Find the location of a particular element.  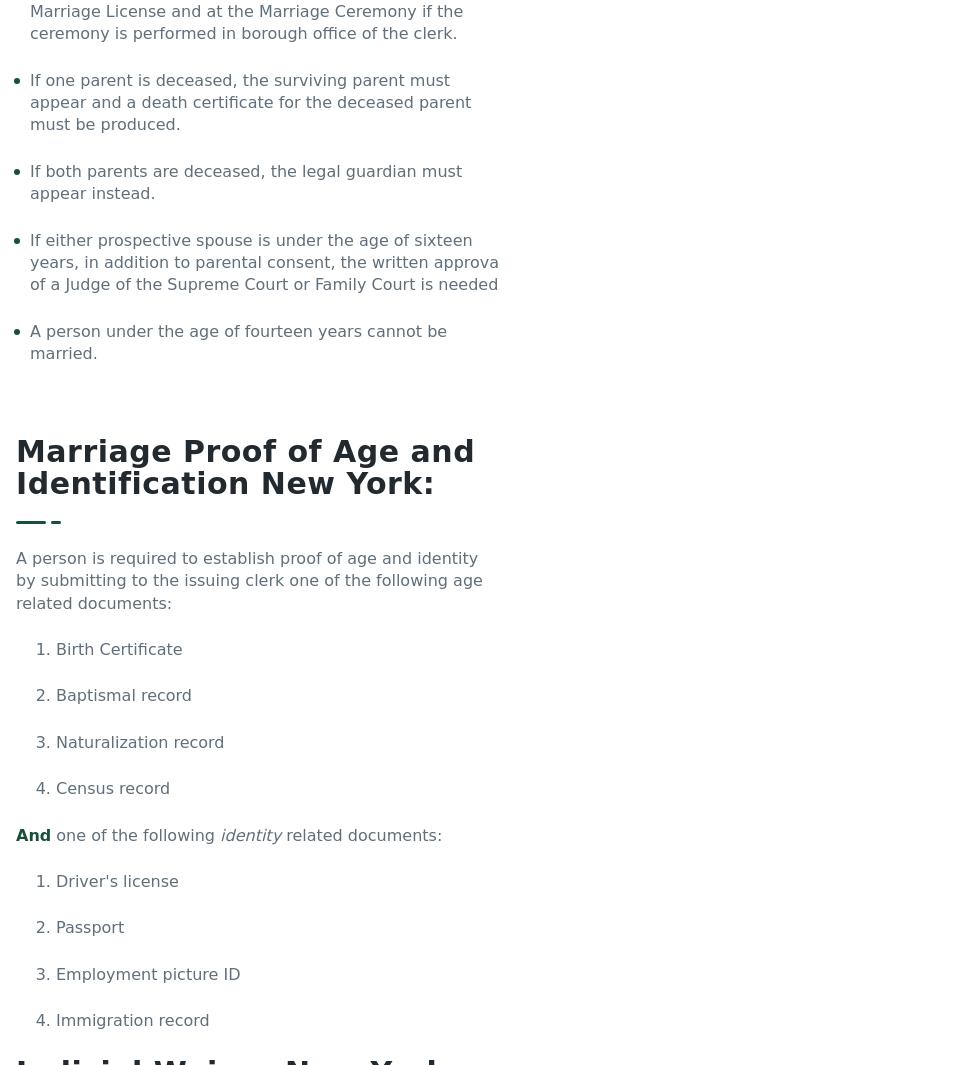

'A person is required to establish proof of age and identity by submitting to the issuing clerk one of the following age related documents:' is located at coordinates (16, 579).